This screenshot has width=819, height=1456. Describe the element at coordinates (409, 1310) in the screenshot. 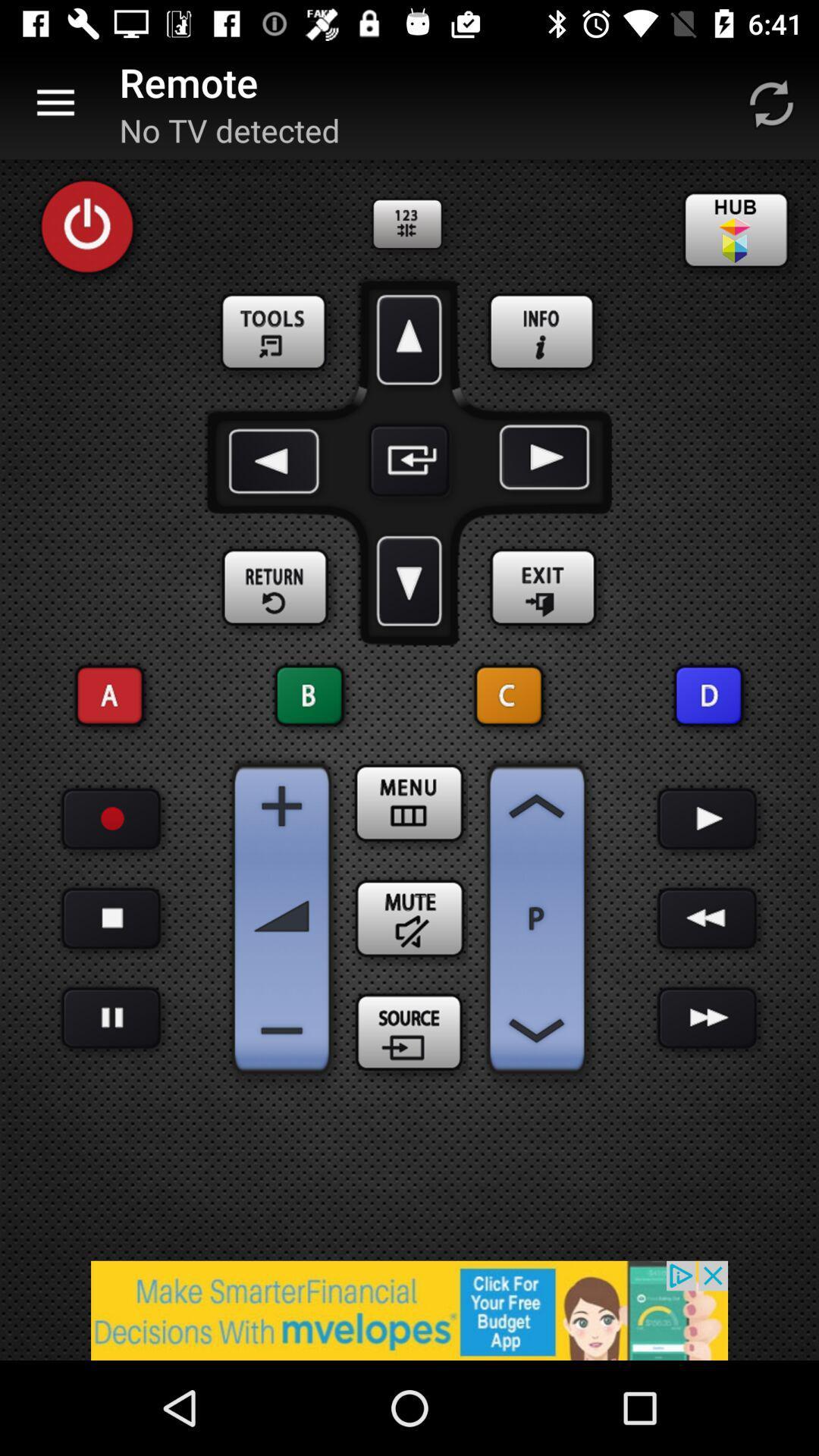

I see `advertiment` at that location.